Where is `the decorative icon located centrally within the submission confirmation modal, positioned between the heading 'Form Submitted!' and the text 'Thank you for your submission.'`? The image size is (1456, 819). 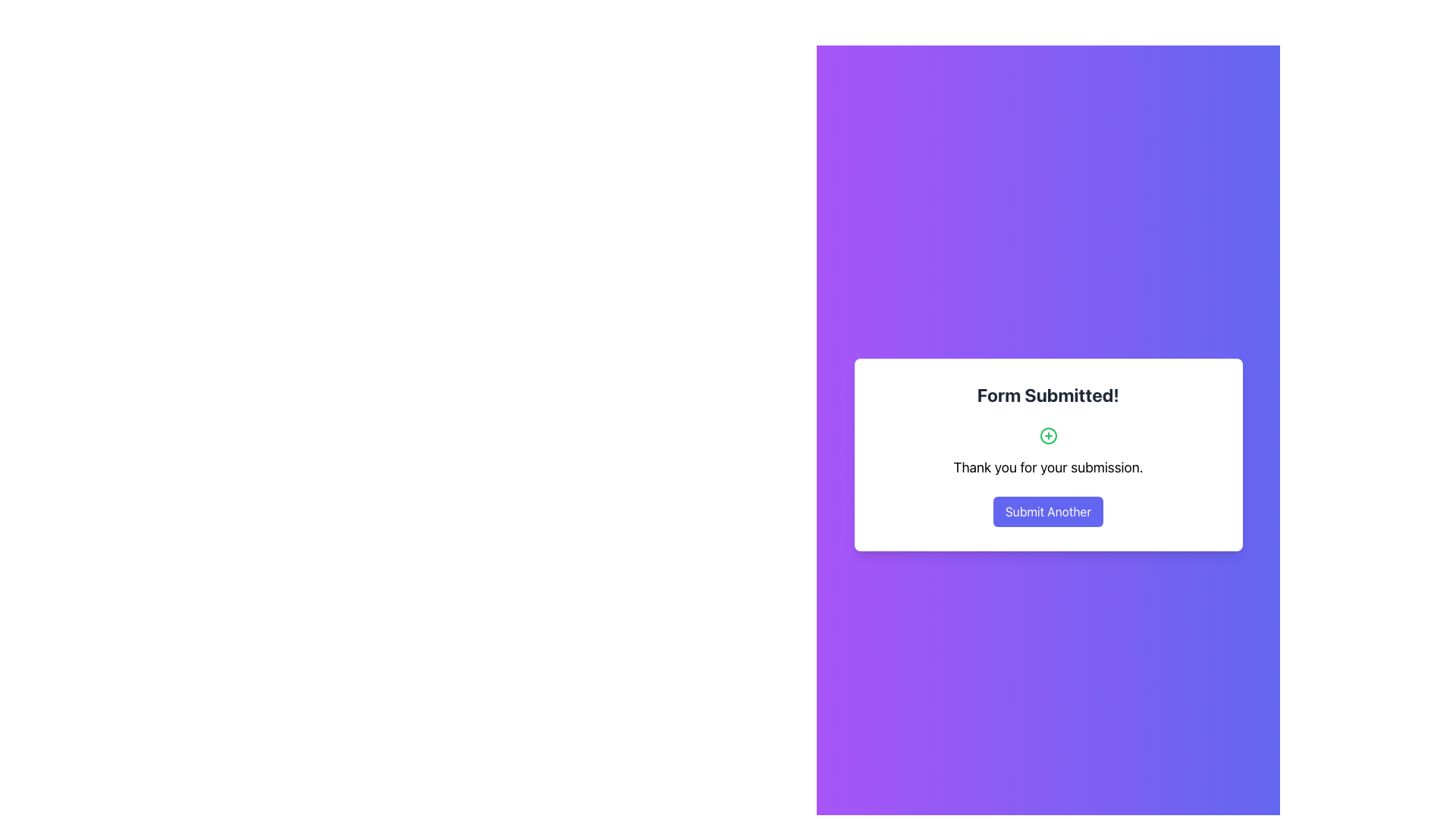 the decorative icon located centrally within the submission confirmation modal, positioned between the heading 'Form Submitted!' and the text 'Thank you for your submission.' is located at coordinates (1047, 435).